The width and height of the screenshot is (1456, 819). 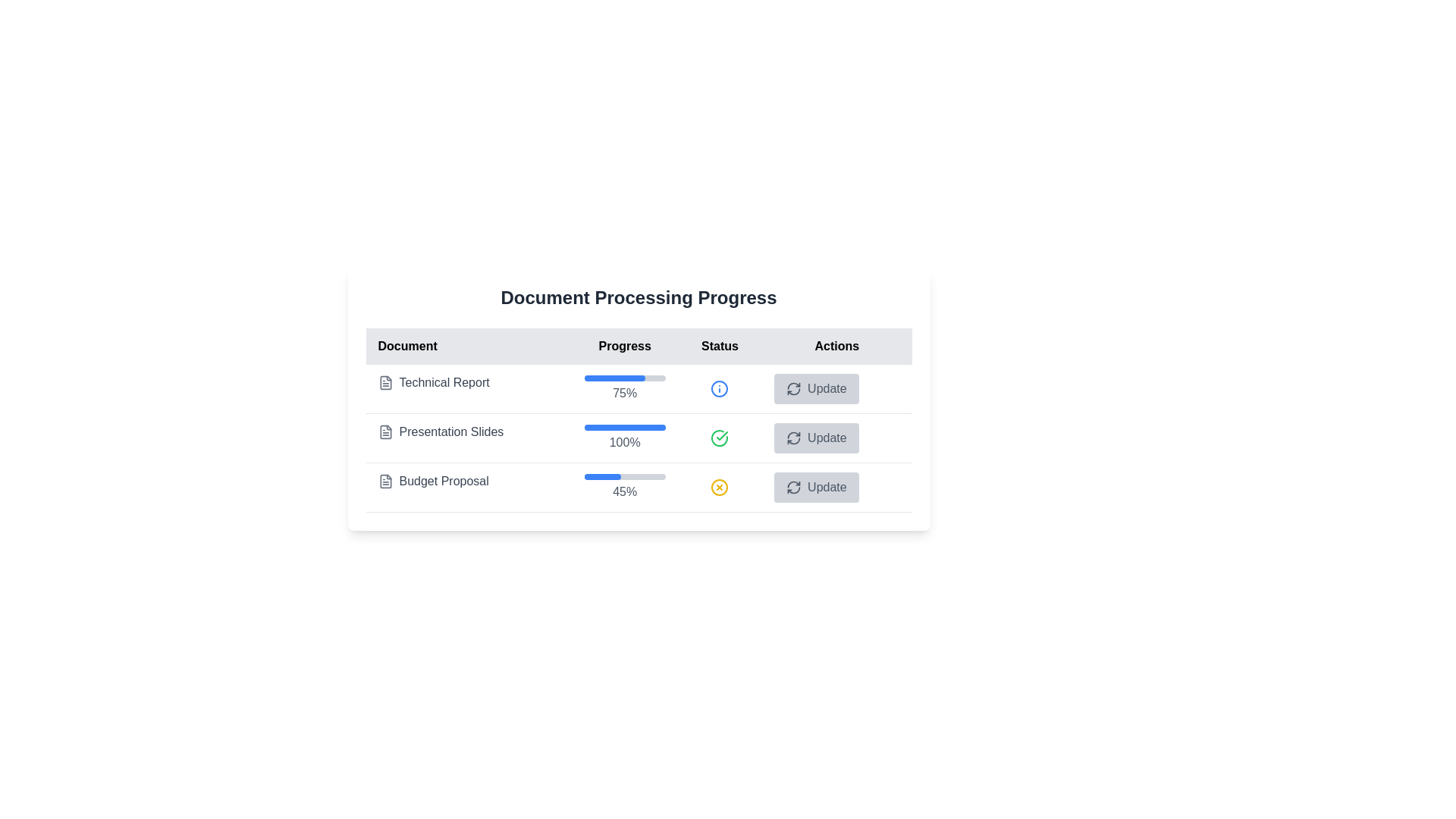 I want to click on the document icon next to the 'Budget Proposal' text label, so click(x=468, y=482).